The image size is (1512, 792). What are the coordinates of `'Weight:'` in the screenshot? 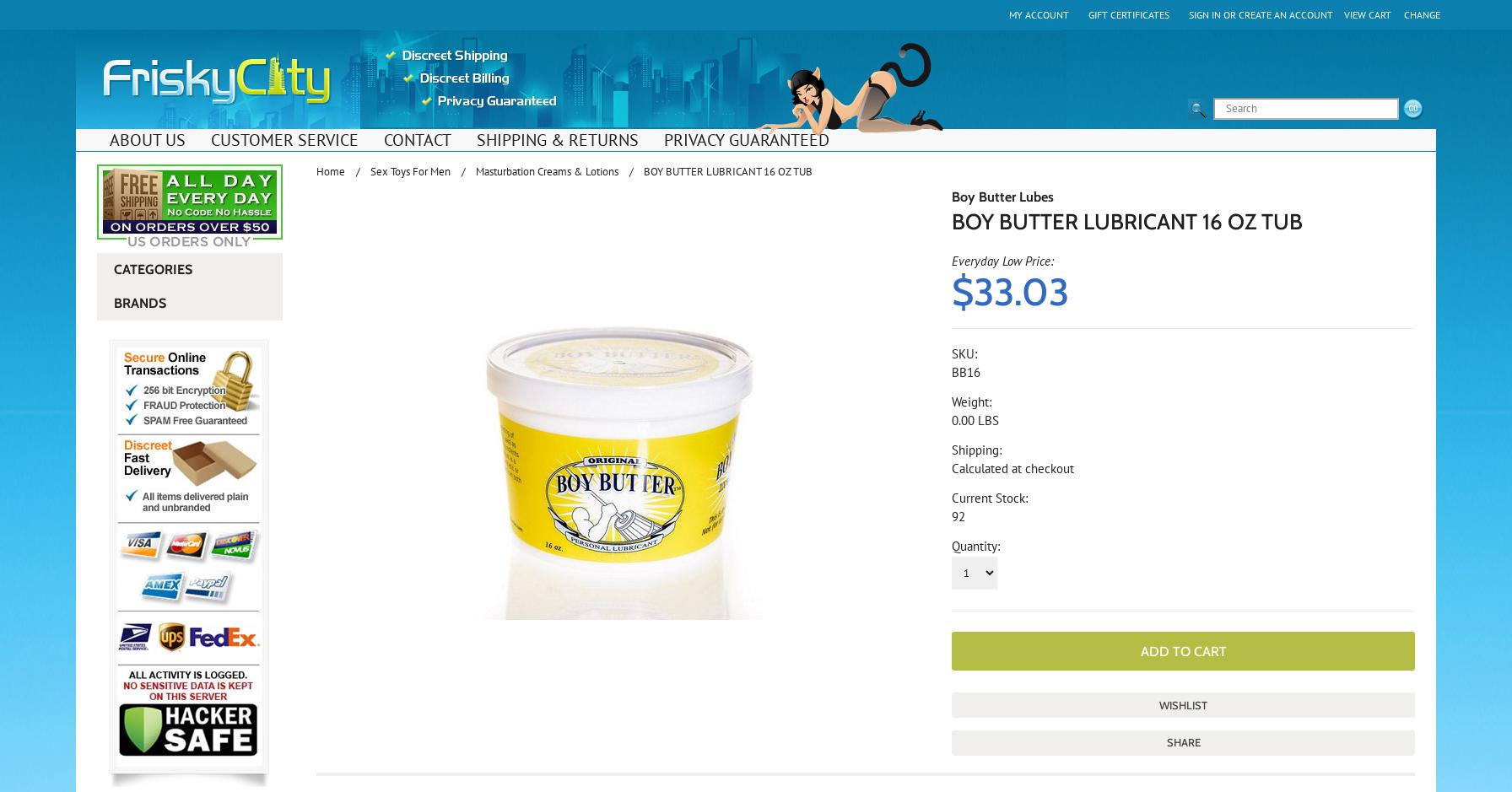 It's located at (971, 401).